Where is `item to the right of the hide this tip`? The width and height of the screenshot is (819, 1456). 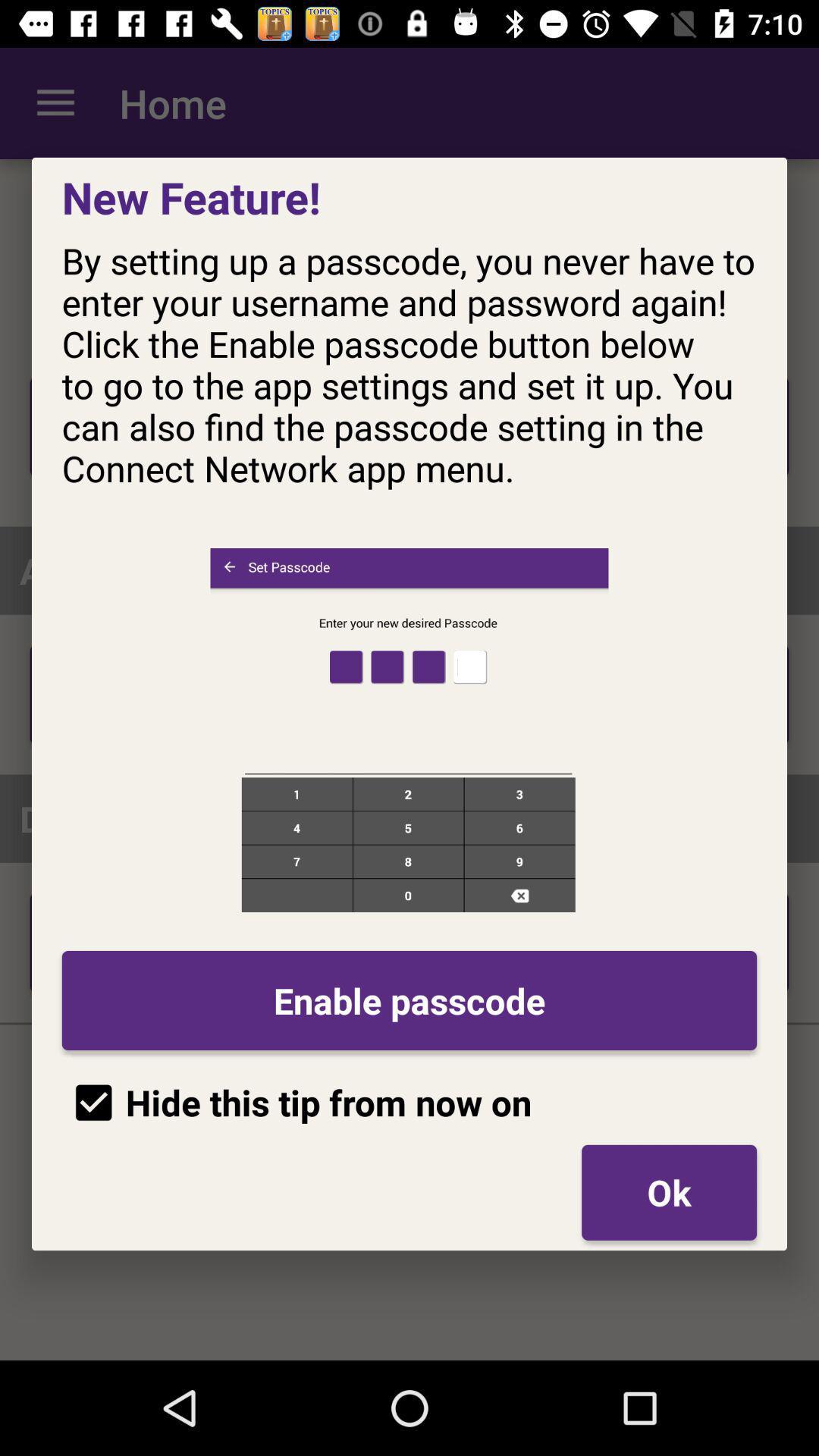 item to the right of the hide this tip is located at coordinates (668, 1191).